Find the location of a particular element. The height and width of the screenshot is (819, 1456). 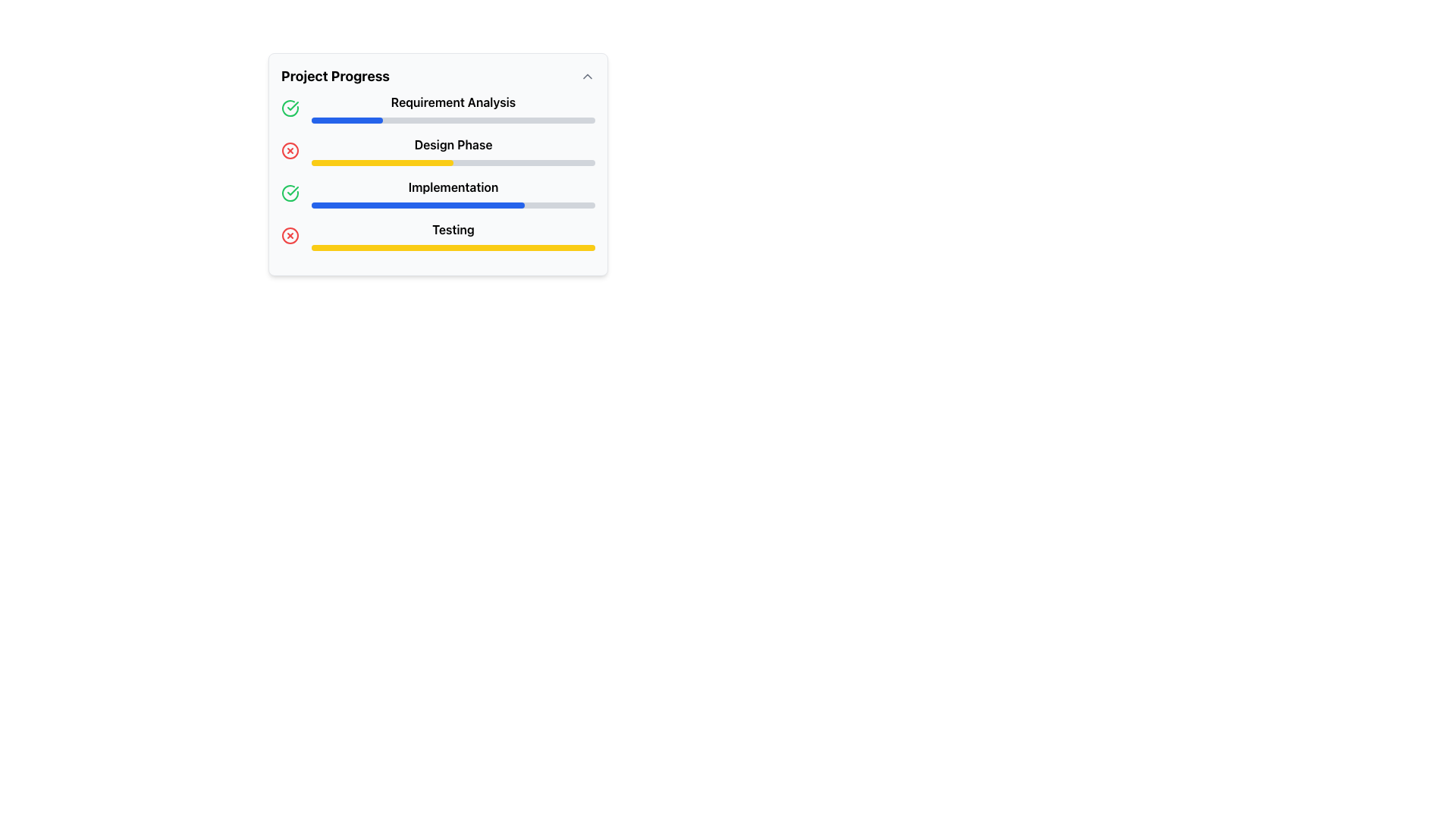

the Progress Bar indicating 50% completion of the 'Design Phase' tasks, which is a read-only indicator and not interactive is located at coordinates (382, 163).